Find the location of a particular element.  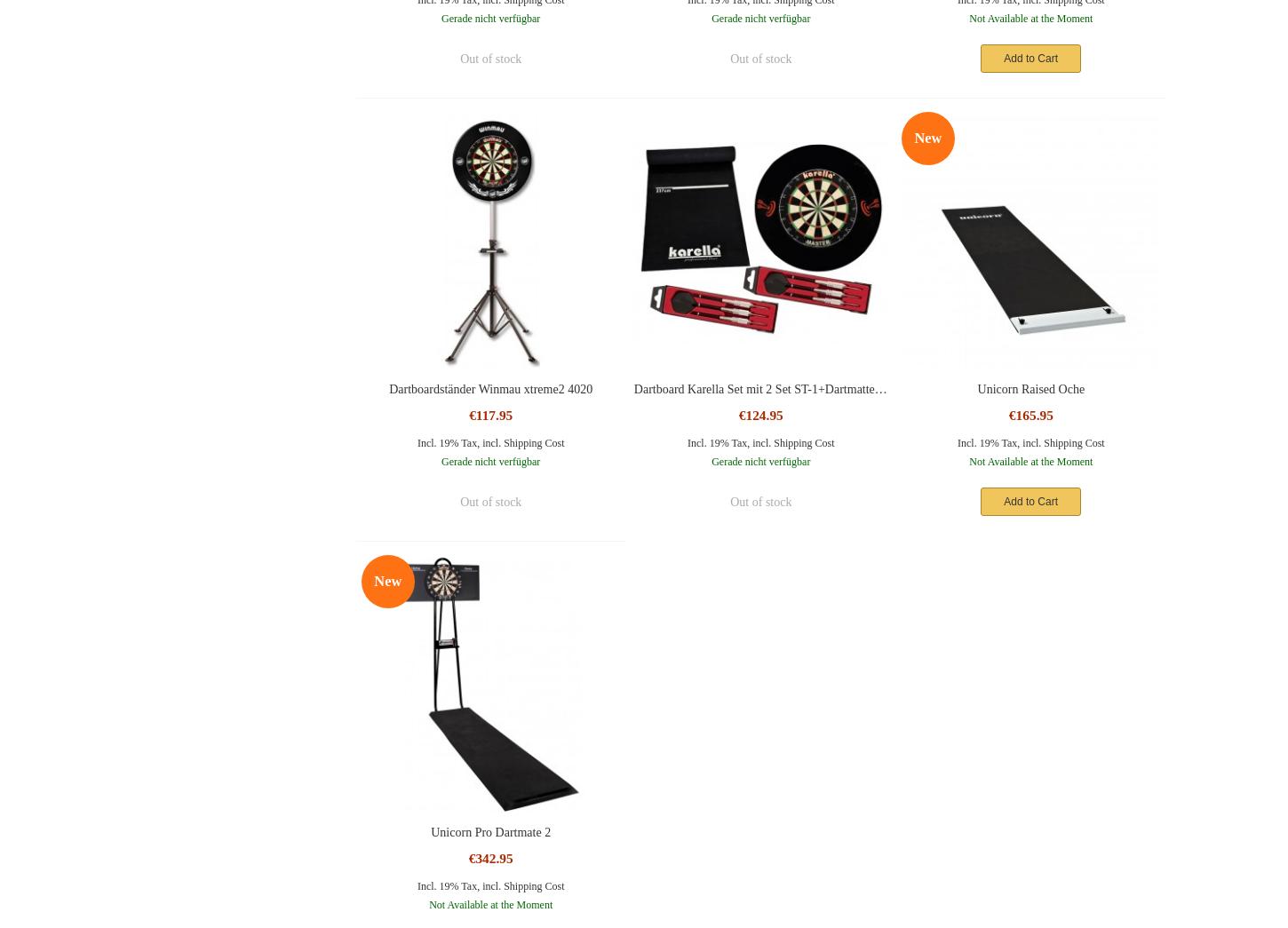

'Dartboardständer Winmau xtreme2  4020' is located at coordinates (490, 388).